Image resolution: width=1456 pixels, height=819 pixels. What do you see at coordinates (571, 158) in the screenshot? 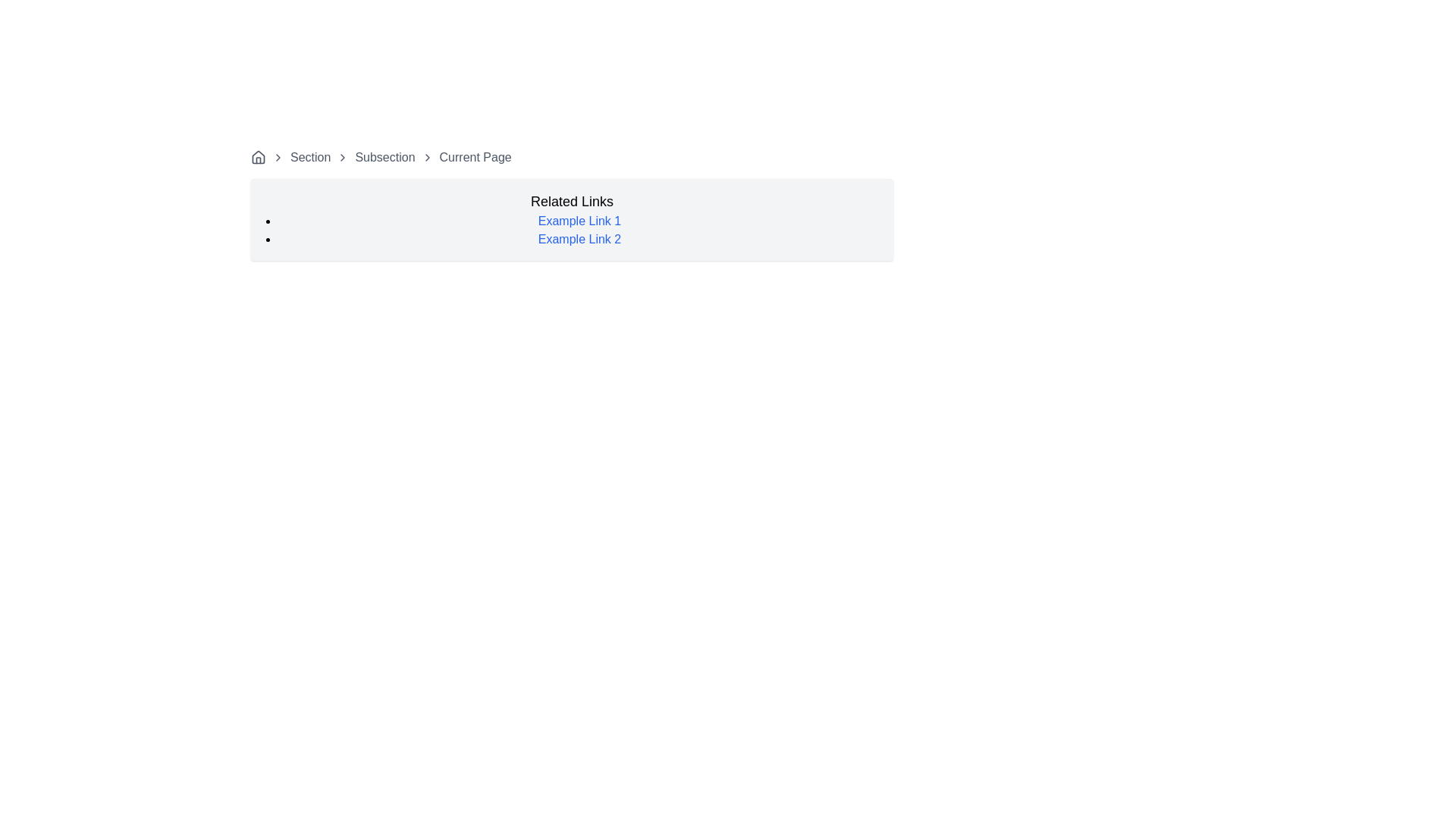
I see `the 'Section' link in the Breadcrumb navigation bar` at bounding box center [571, 158].